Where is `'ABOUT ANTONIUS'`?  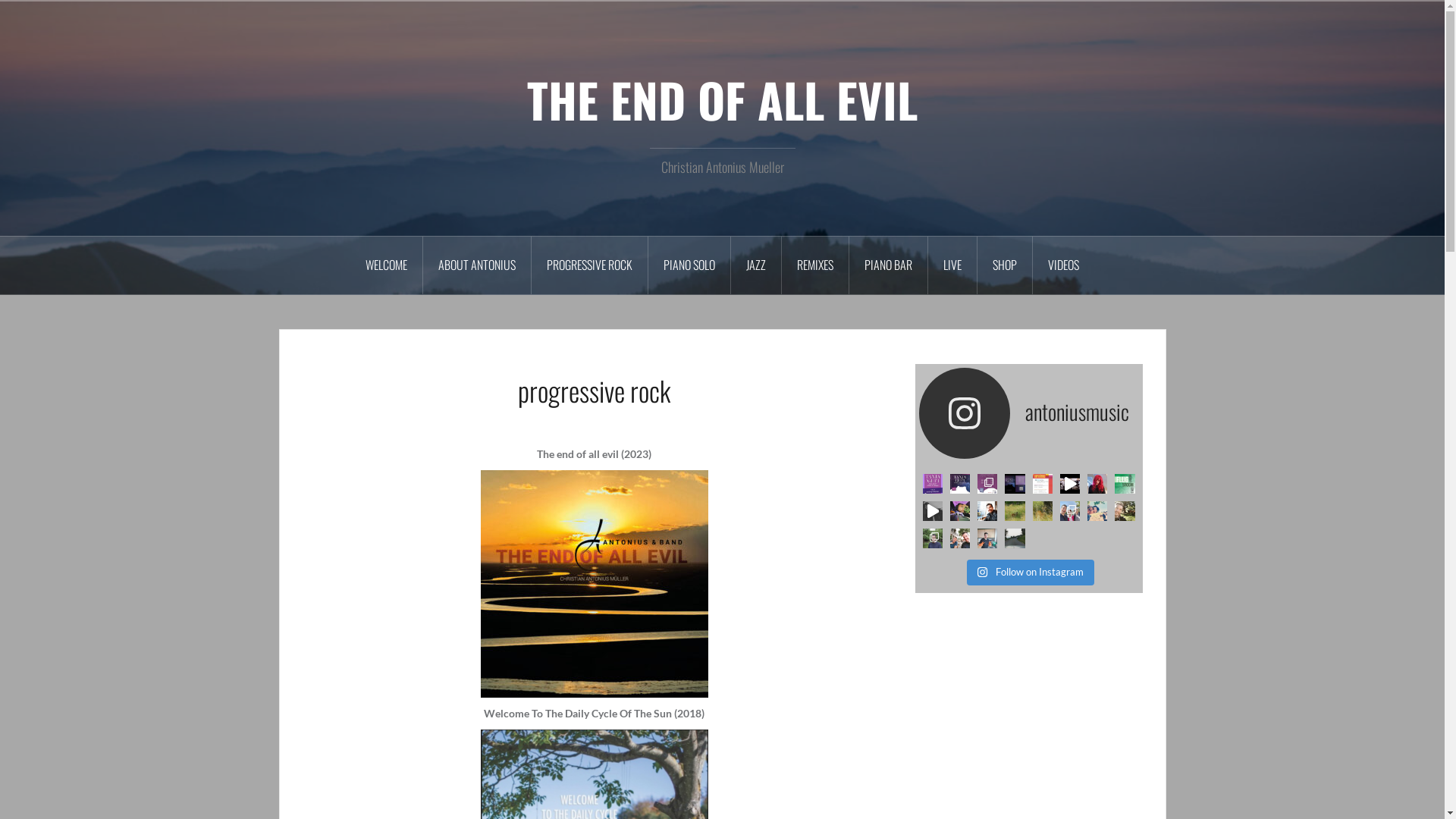 'ABOUT ANTONIUS' is located at coordinates (476, 265).